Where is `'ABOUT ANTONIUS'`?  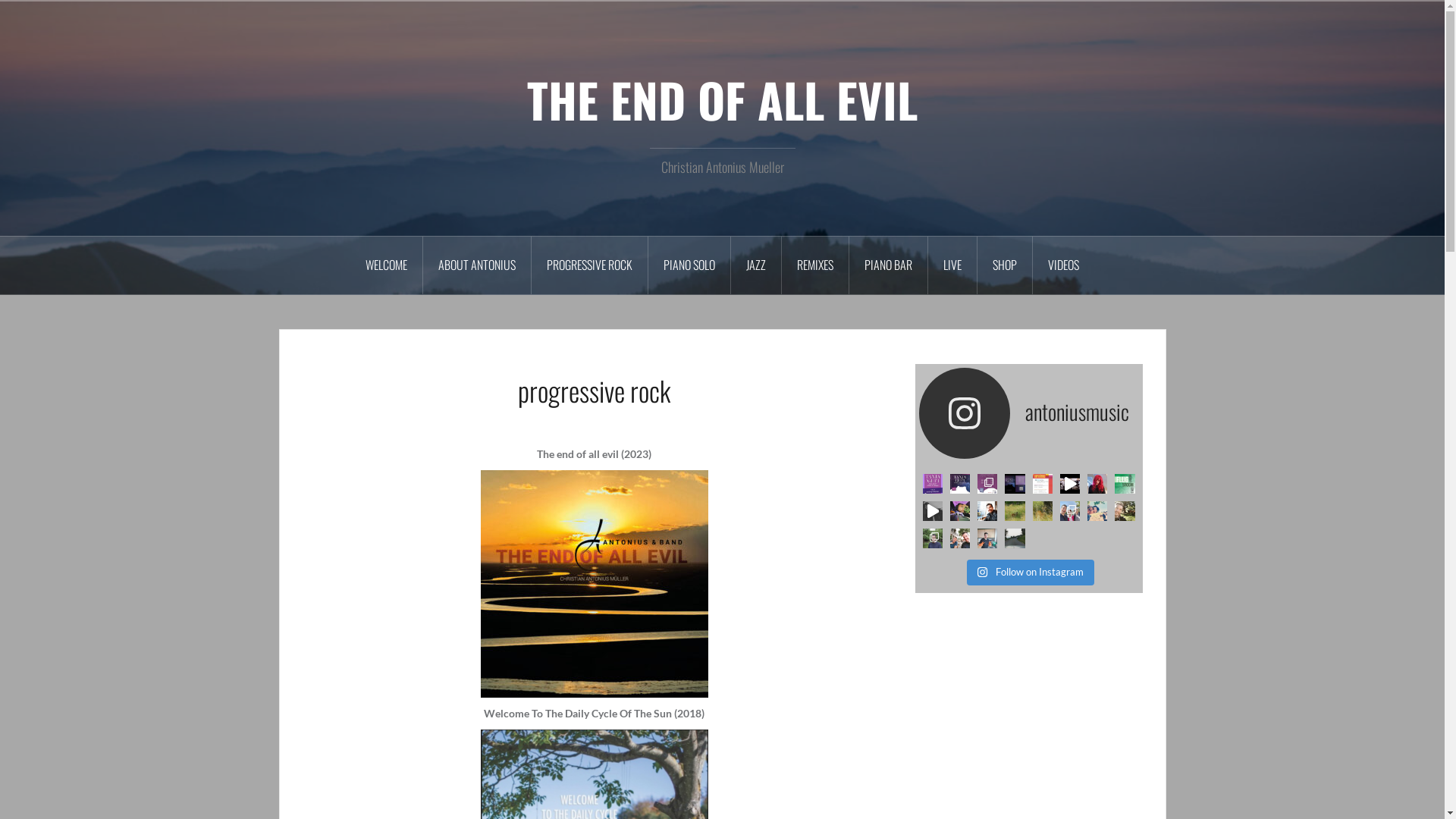 'ABOUT ANTONIUS' is located at coordinates (476, 265).